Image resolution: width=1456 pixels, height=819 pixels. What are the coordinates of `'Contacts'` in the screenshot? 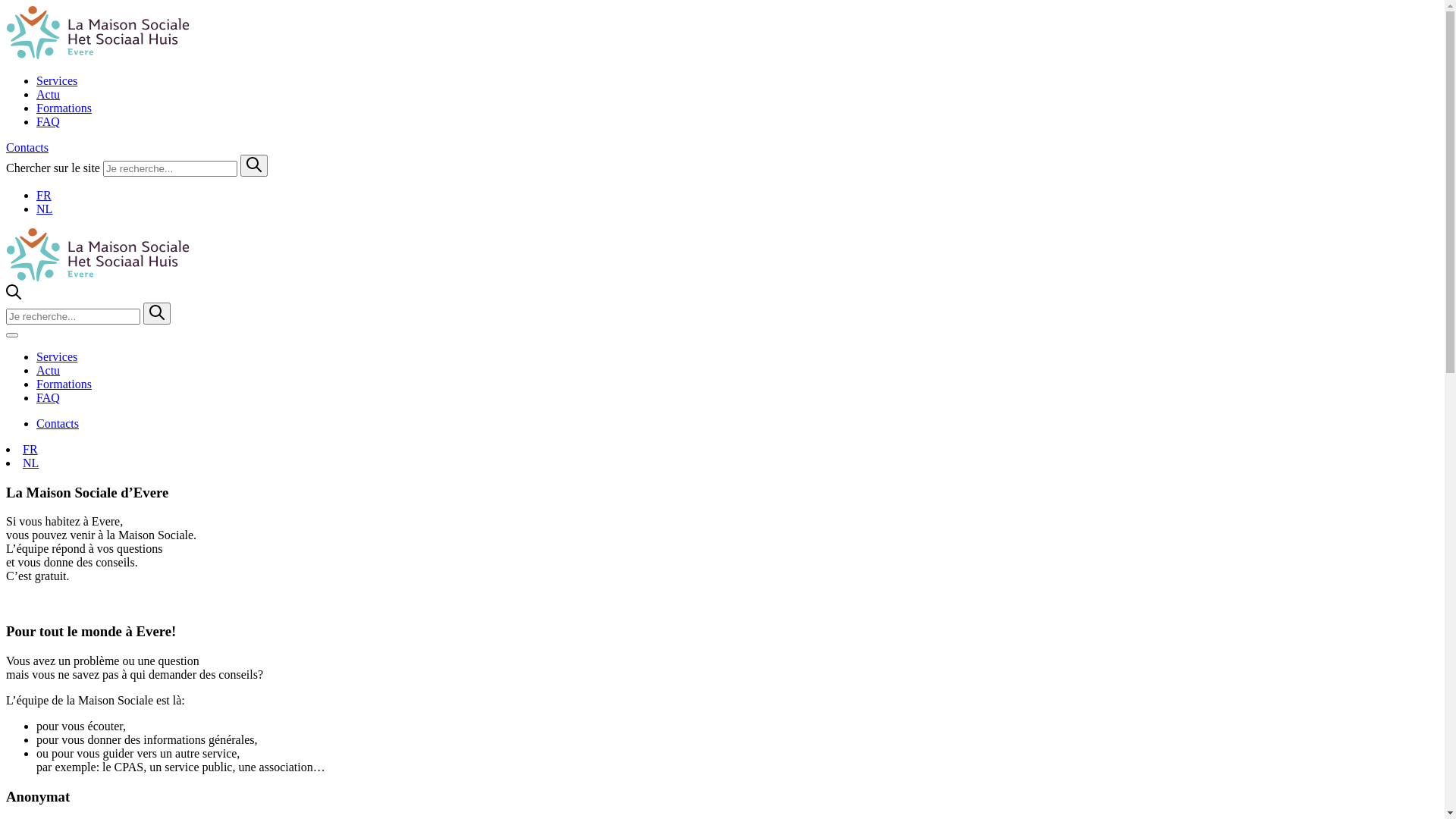 It's located at (27, 147).